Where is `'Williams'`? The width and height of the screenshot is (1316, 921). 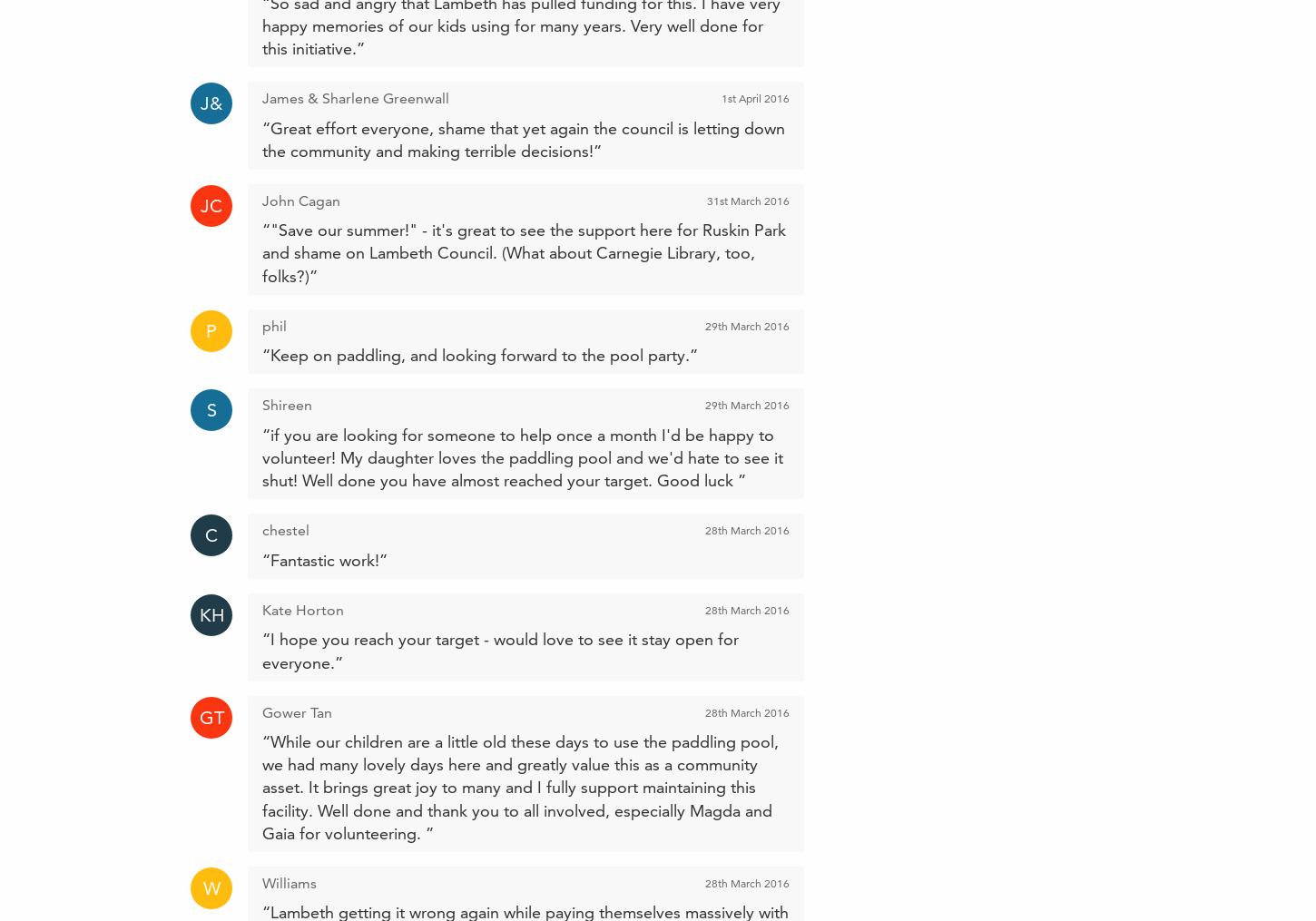 'Williams' is located at coordinates (290, 883).